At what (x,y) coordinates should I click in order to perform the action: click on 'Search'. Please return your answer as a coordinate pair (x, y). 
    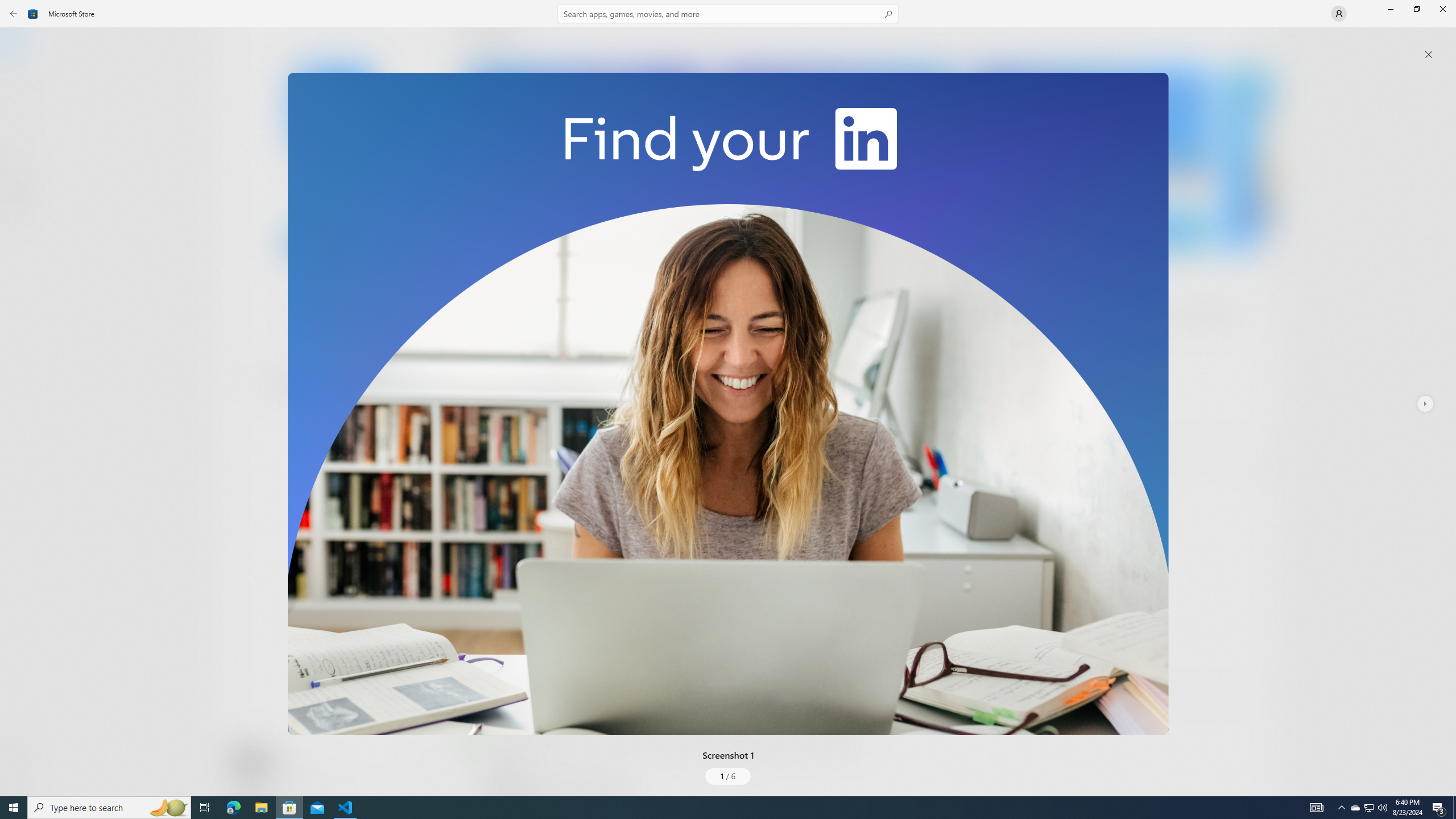
    Looking at the image, I should click on (728, 13).